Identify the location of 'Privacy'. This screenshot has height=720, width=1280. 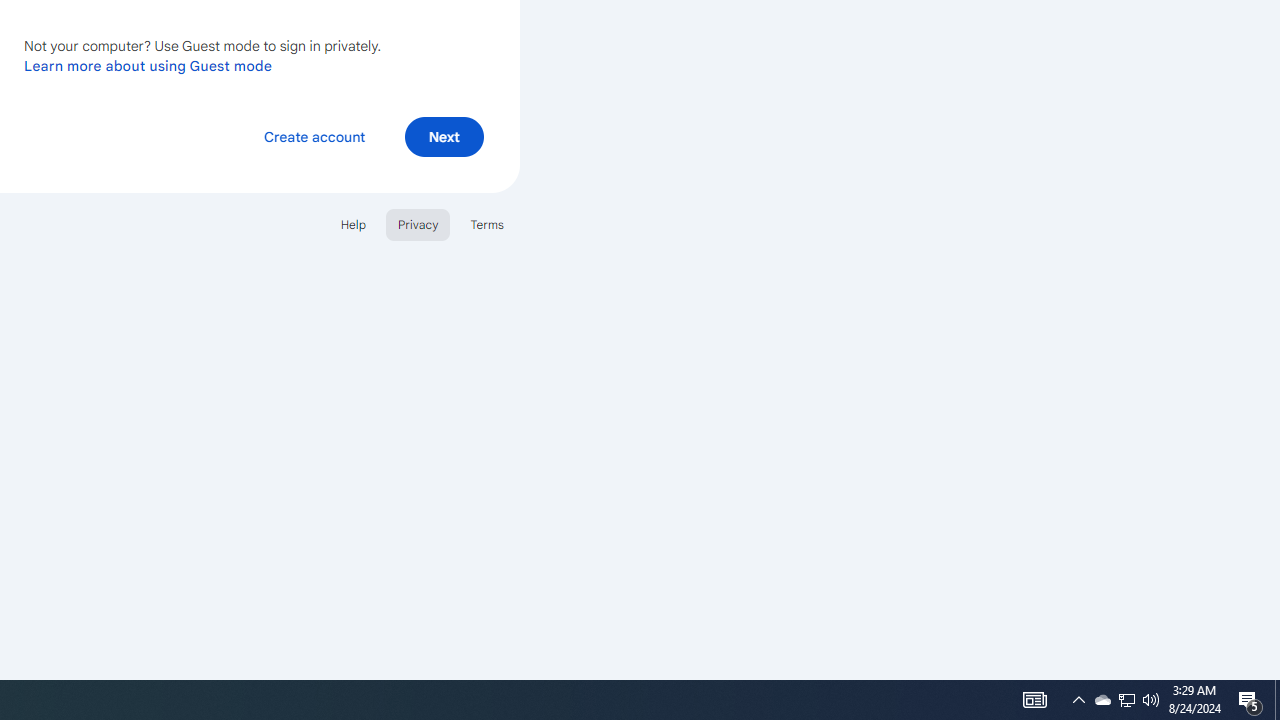
(416, 224).